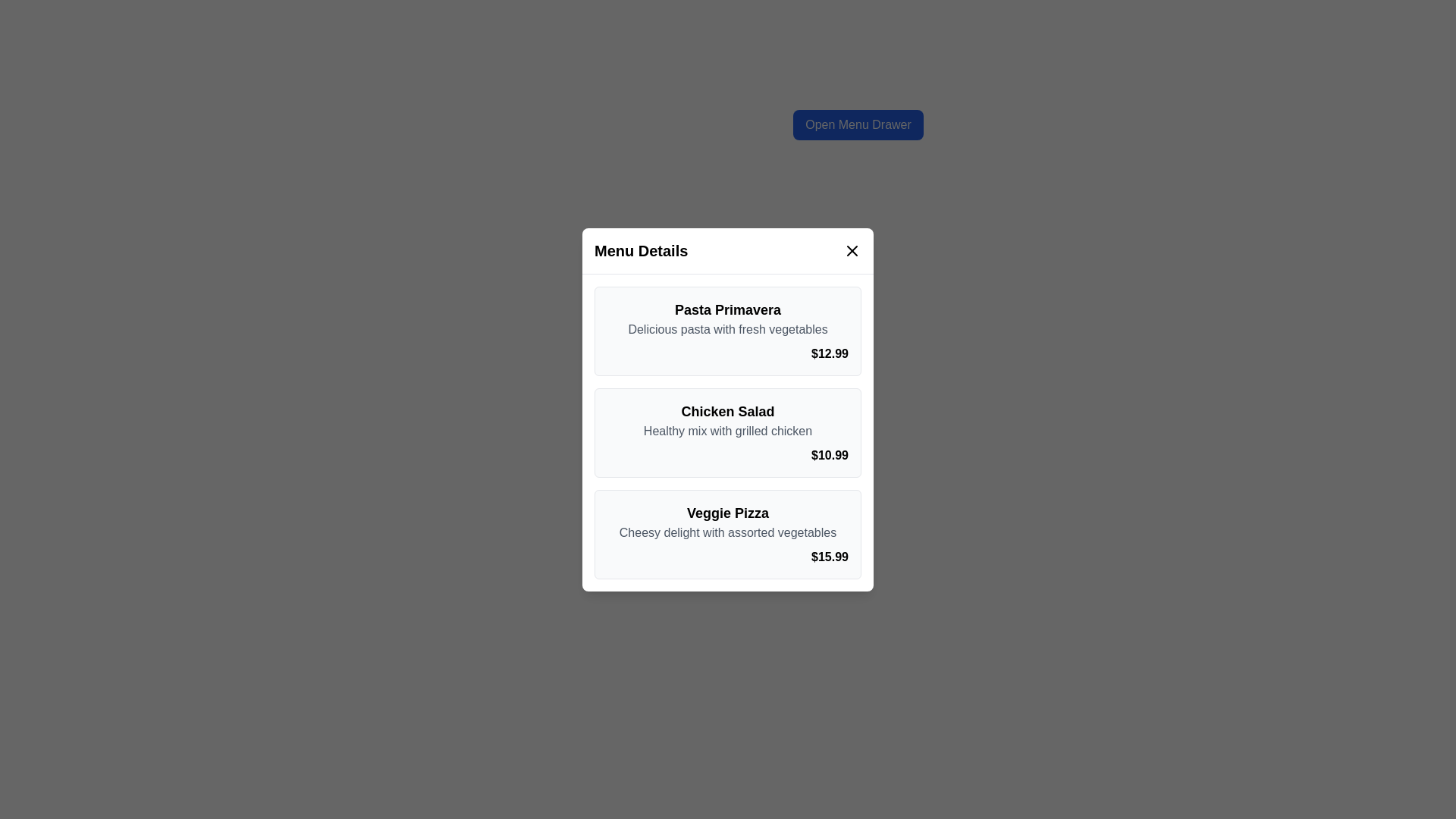 This screenshot has width=1456, height=819. Describe the element at coordinates (858, 124) in the screenshot. I see `the button located in the top-right quadrant of the interface` at that location.